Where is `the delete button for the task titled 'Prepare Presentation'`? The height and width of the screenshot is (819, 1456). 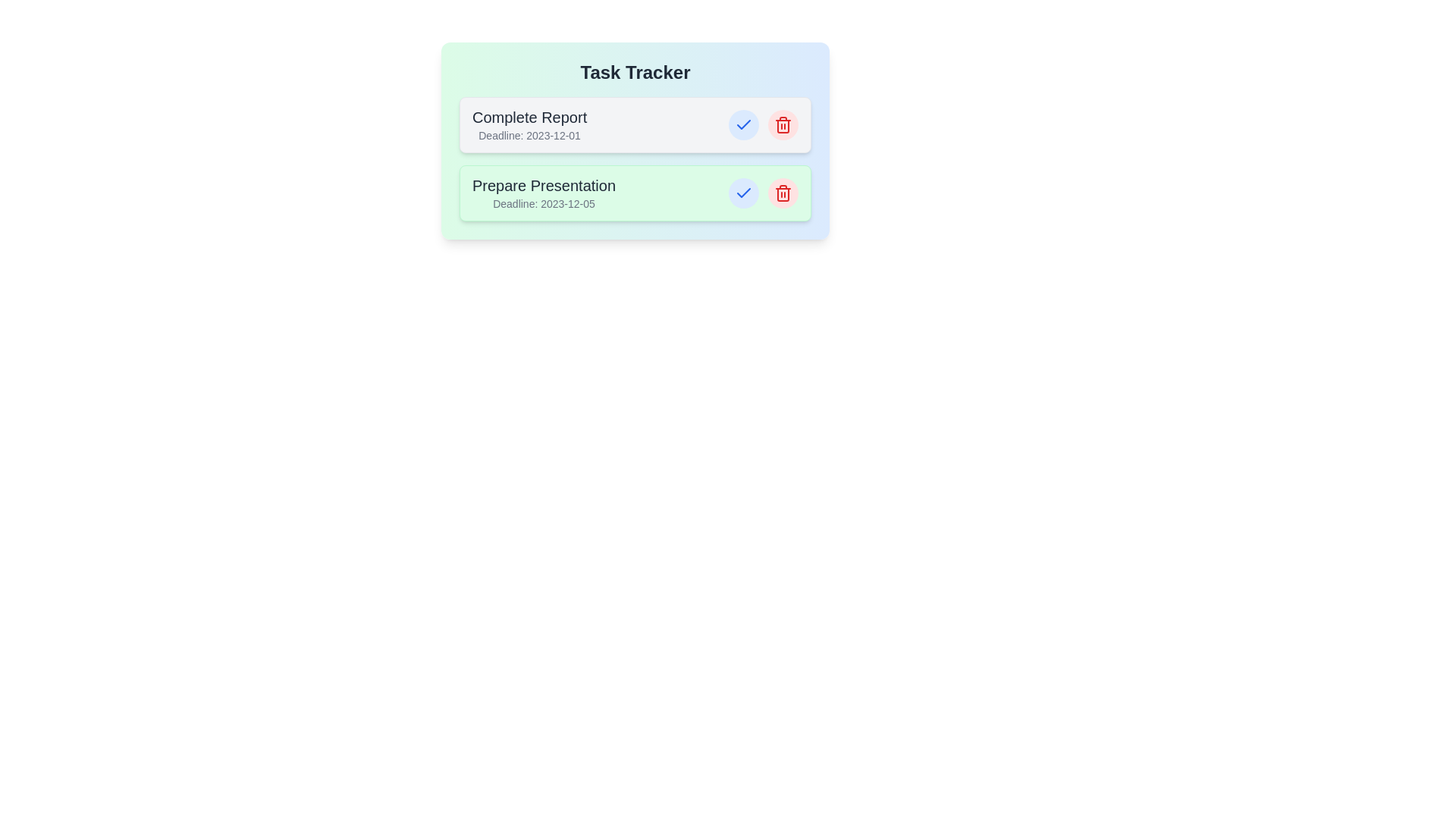 the delete button for the task titled 'Prepare Presentation' is located at coordinates (783, 192).